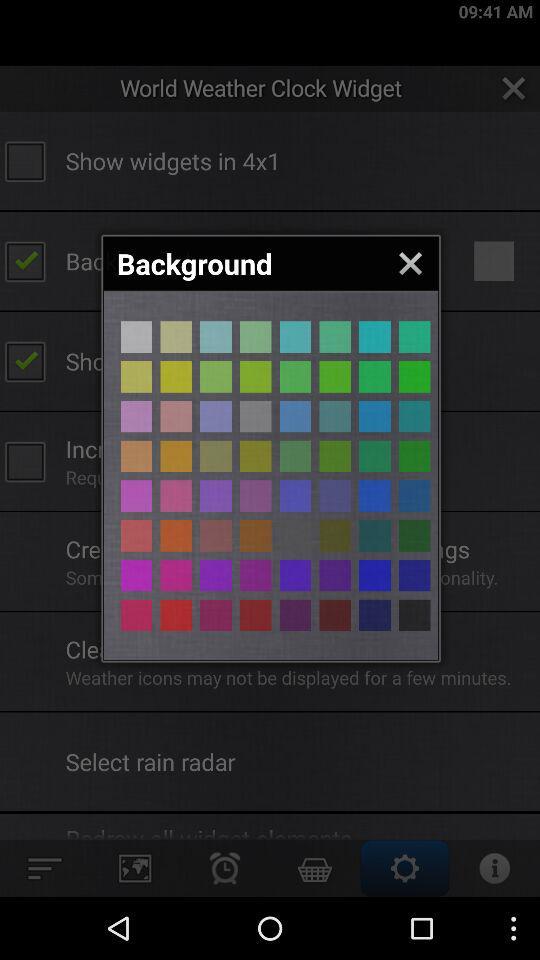 This screenshot has width=540, height=960. I want to click on background color picker, so click(215, 575).